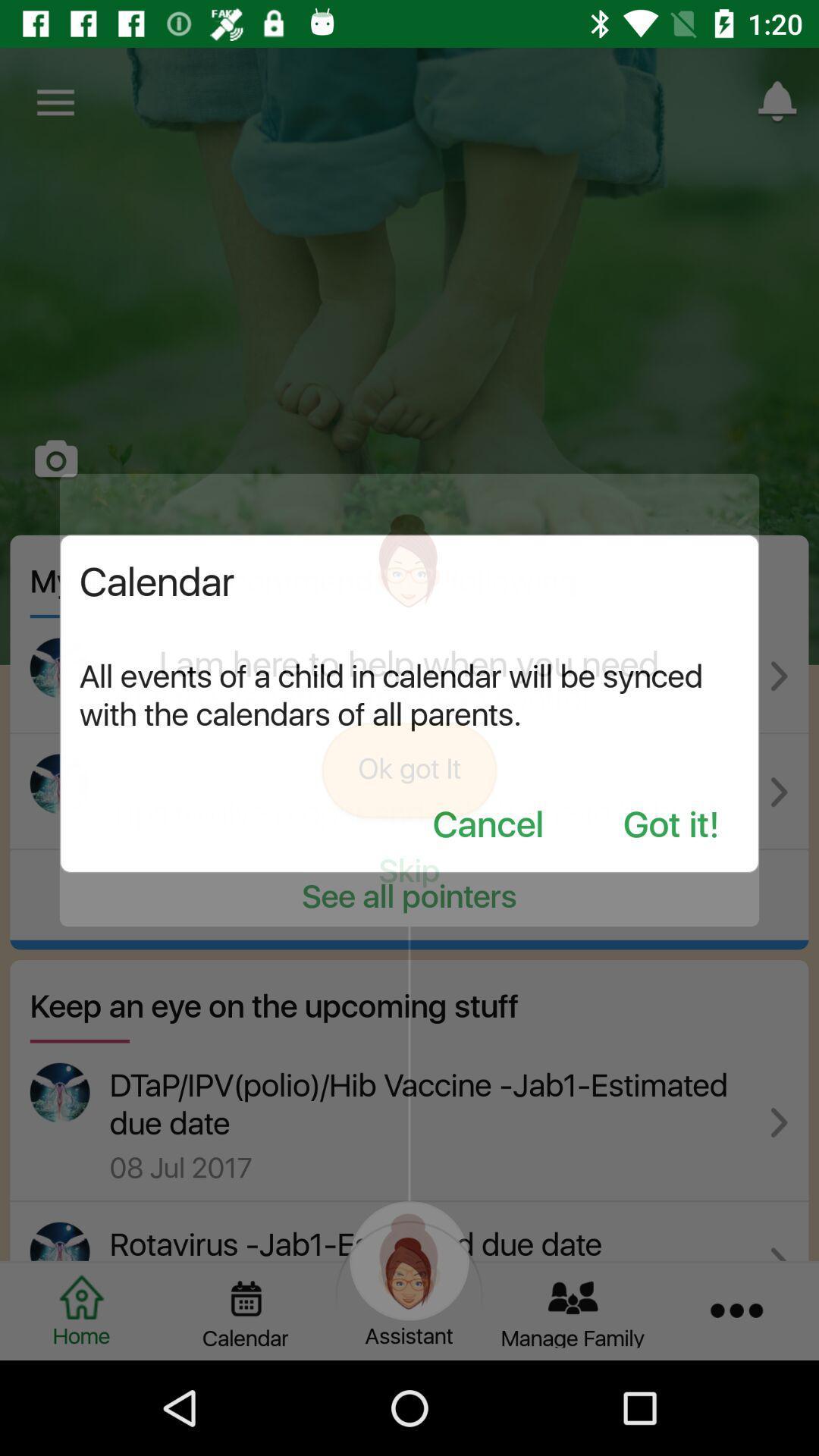 The image size is (819, 1456). What do you see at coordinates (488, 825) in the screenshot?
I see `the item below all events of icon` at bounding box center [488, 825].